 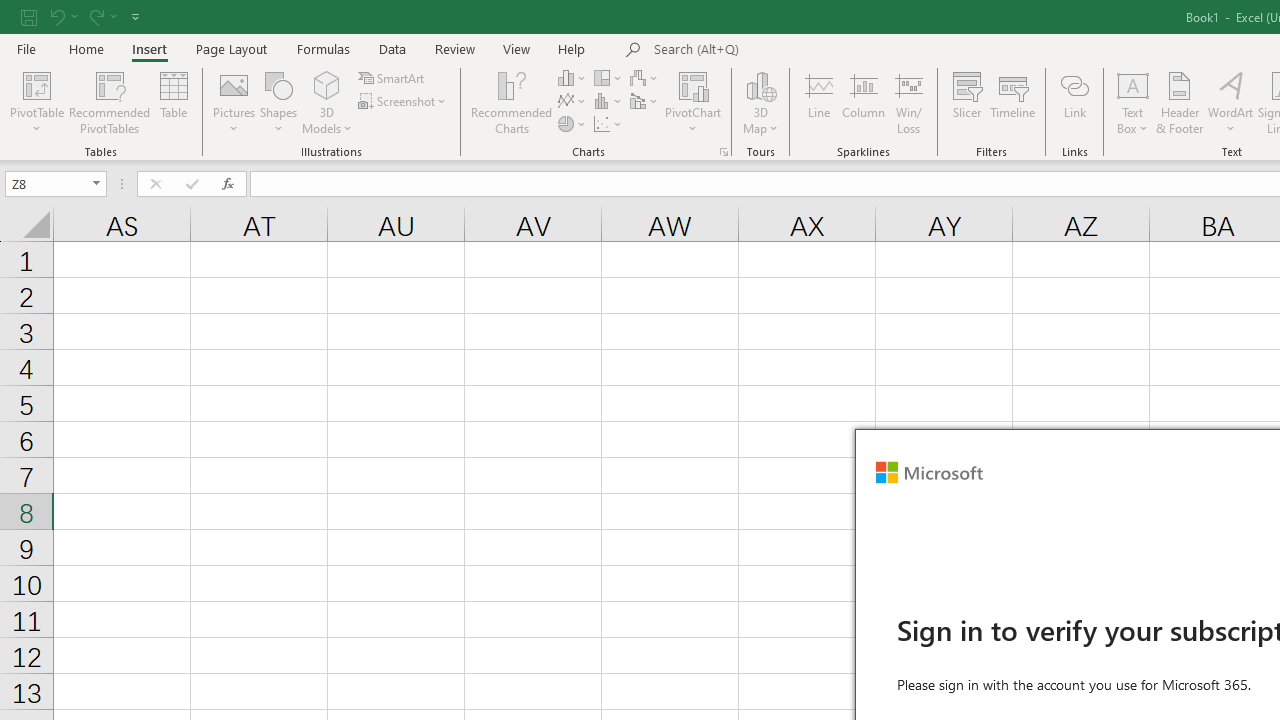 What do you see at coordinates (1013, 103) in the screenshot?
I see `'Timeline'` at bounding box center [1013, 103].